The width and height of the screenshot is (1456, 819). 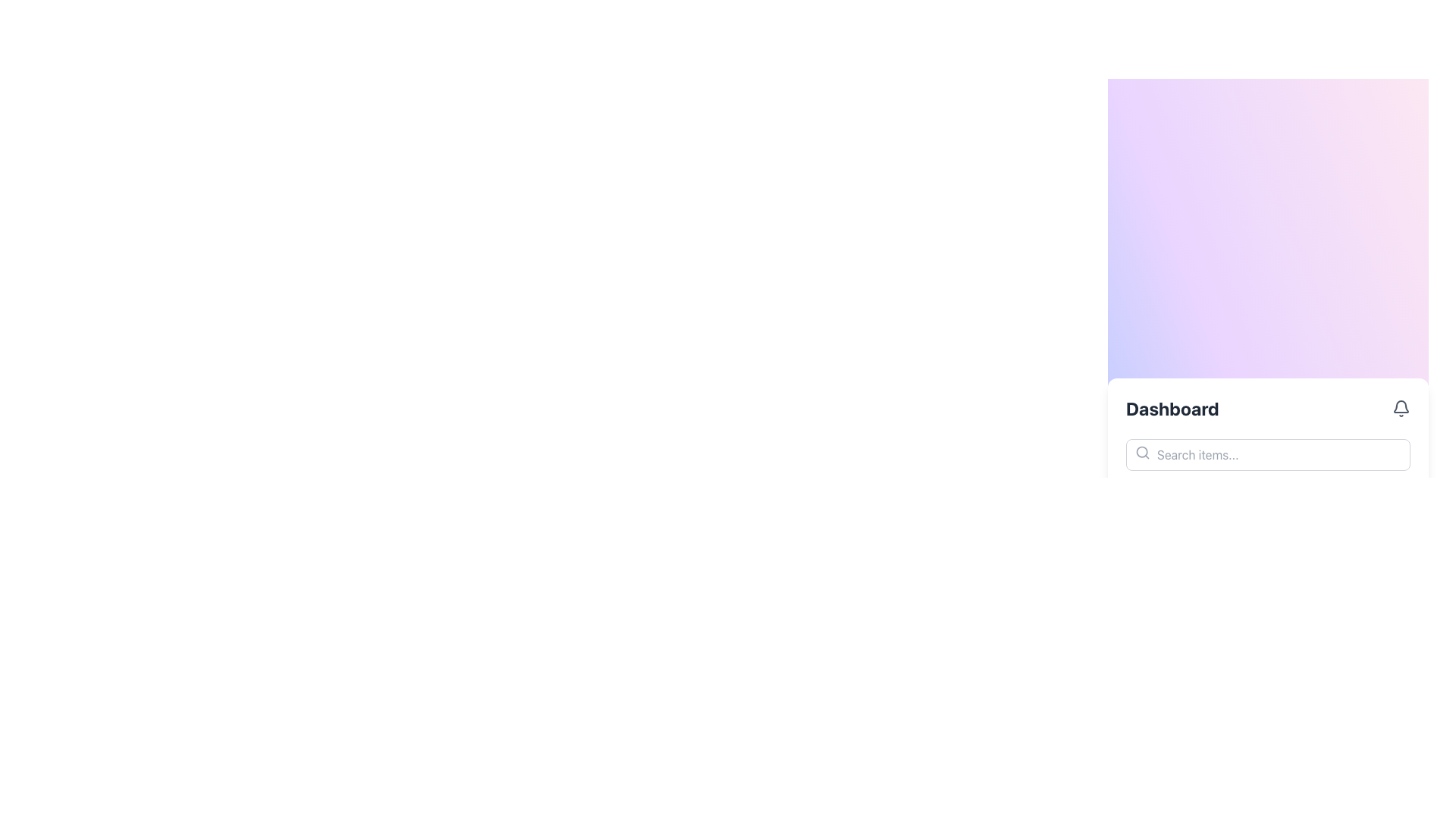 What do you see at coordinates (1143, 451) in the screenshot?
I see `the search icon located in the bottom-left corner of the search input field, which serves as a visual cue for the input box` at bounding box center [1143, 451].